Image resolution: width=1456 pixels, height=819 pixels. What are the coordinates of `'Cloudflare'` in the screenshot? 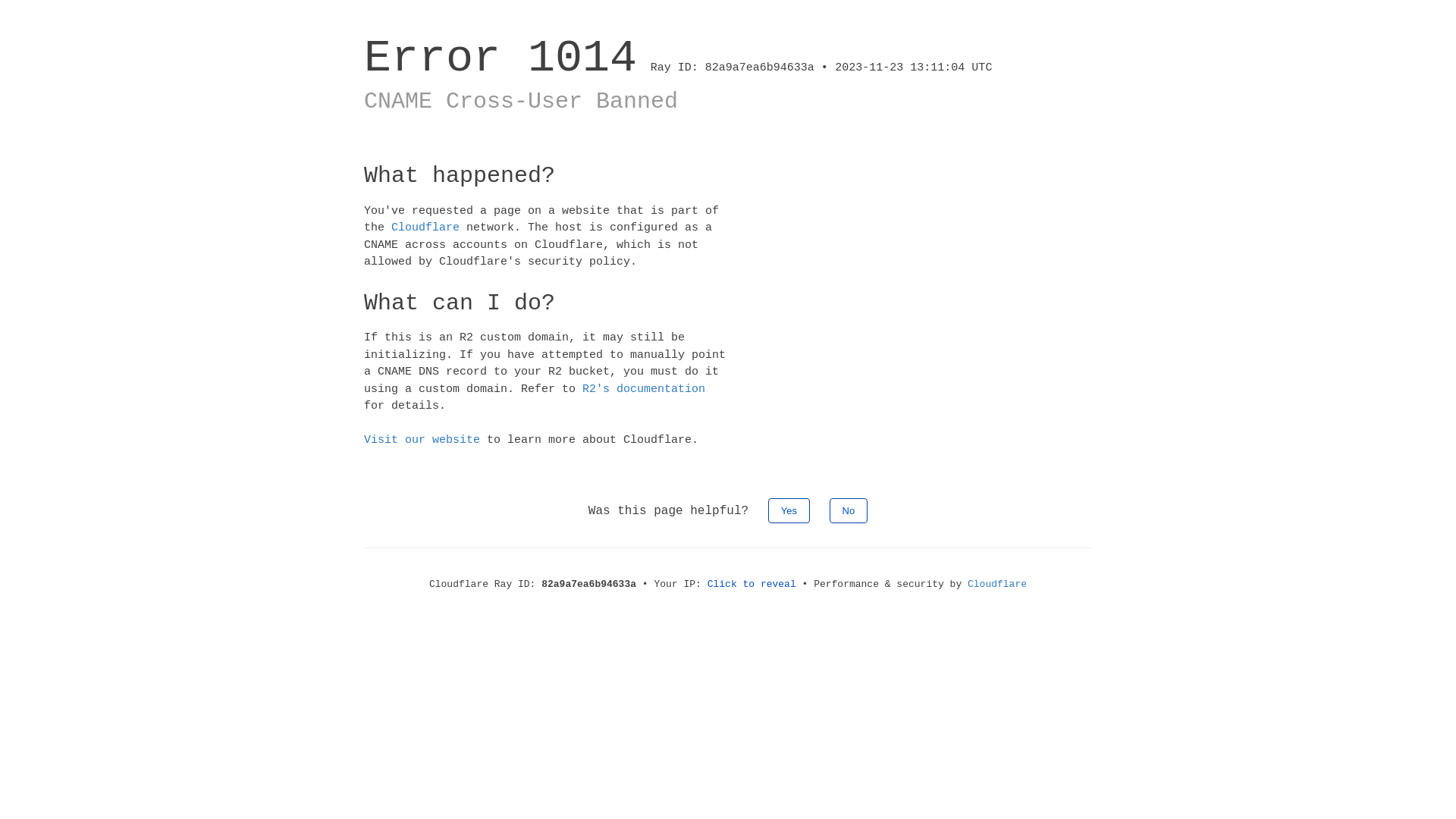 It's located at (997, 582).